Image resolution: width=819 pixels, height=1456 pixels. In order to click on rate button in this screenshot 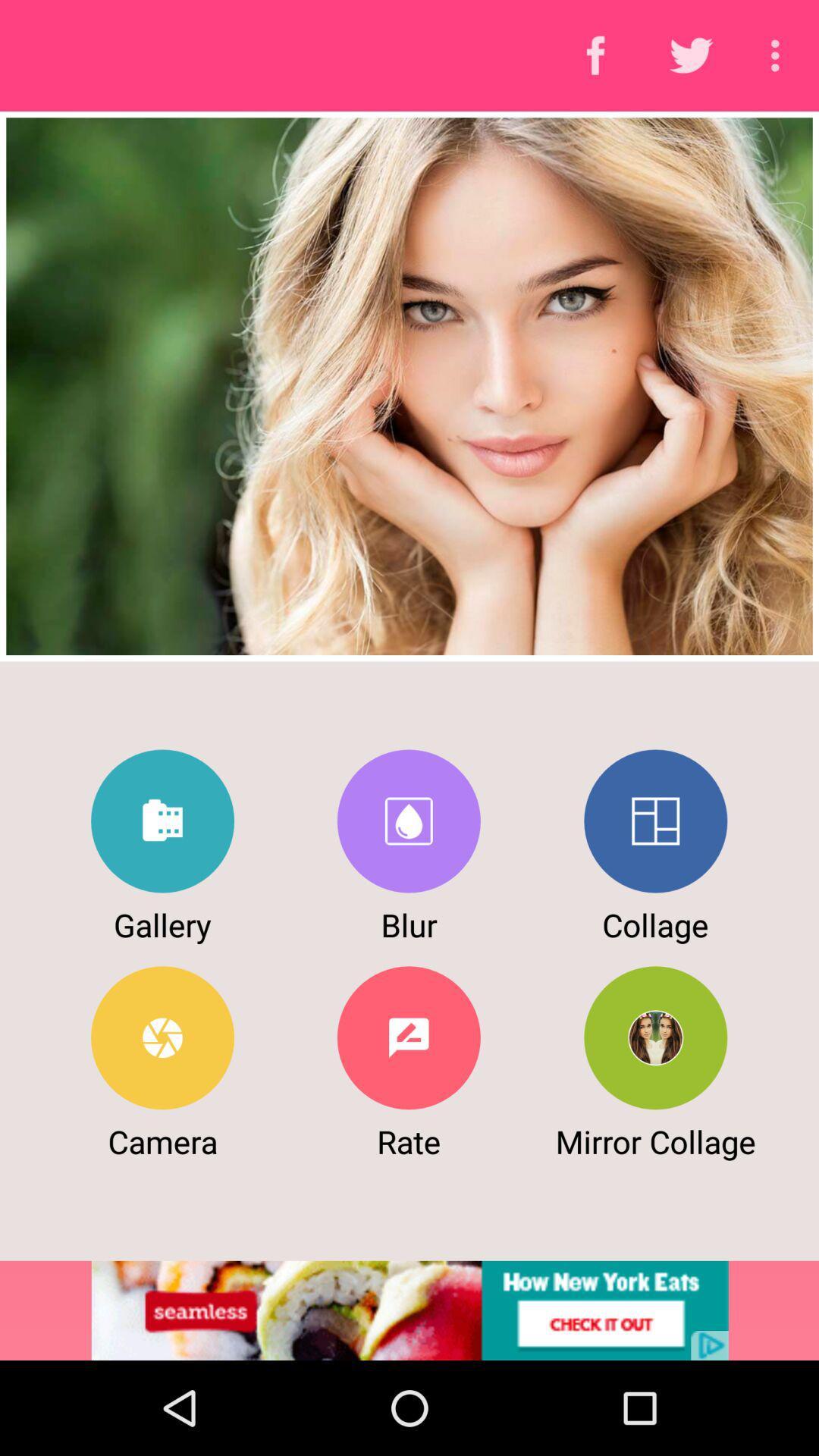, I will do `click(408, 1037)`.